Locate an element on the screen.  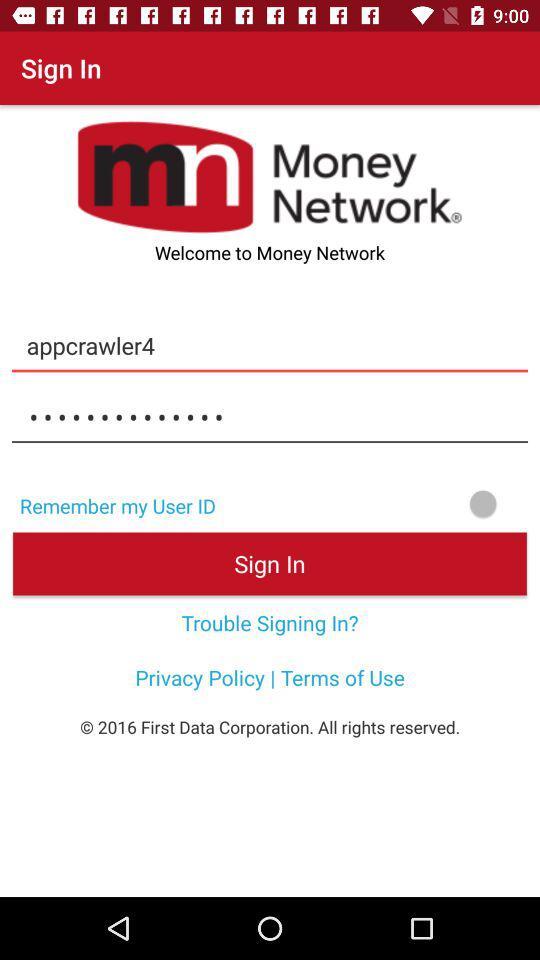
the privacy policy terms is located at coordinates (270, 677).